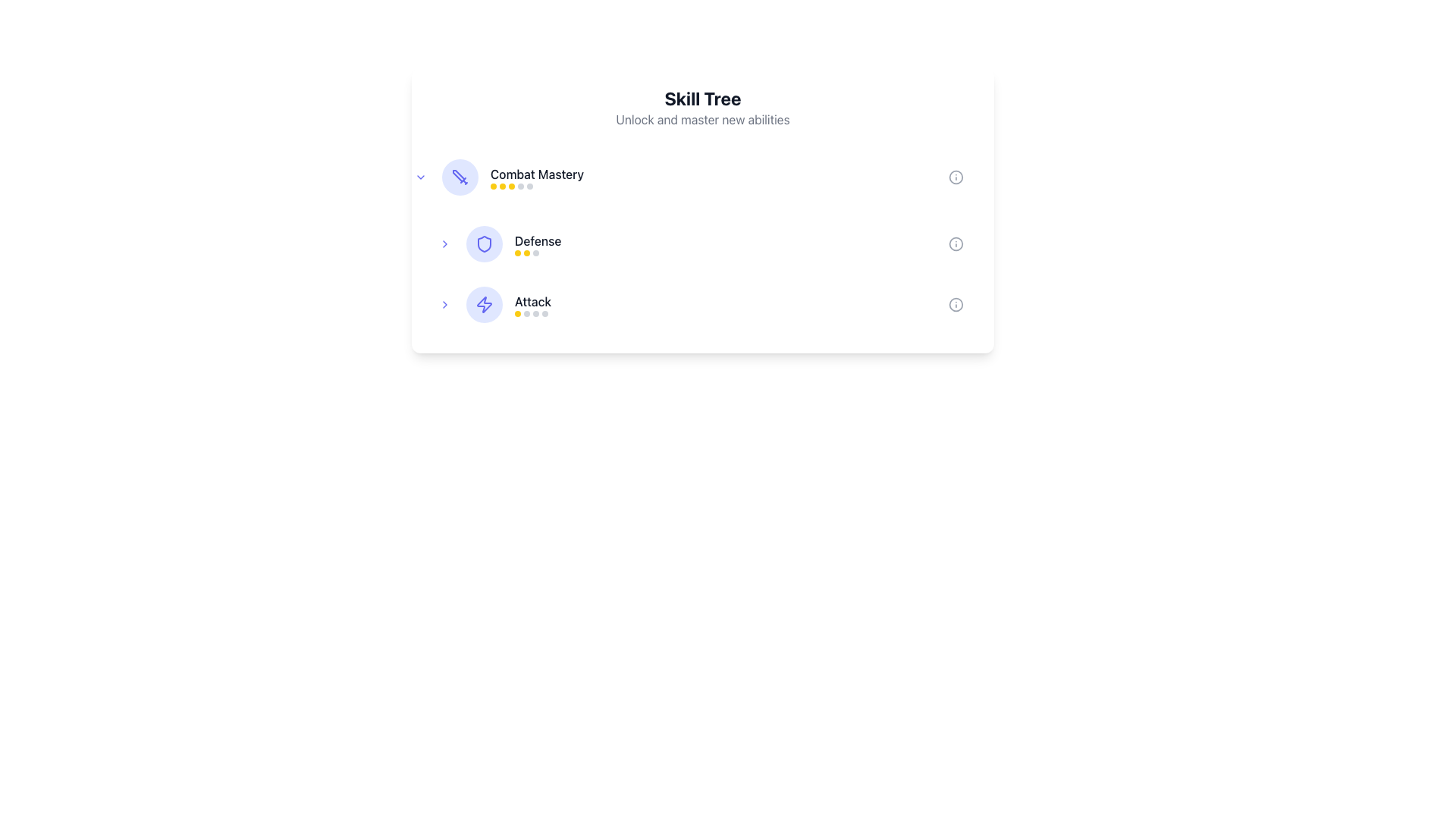 This screenshot has width=1456, height=819. I want to click on the SVG circle element representing part of the 'info' icon located in the upper-right corner of the interface, aligned with the 'Skill Tree' title, so click(955, 177).